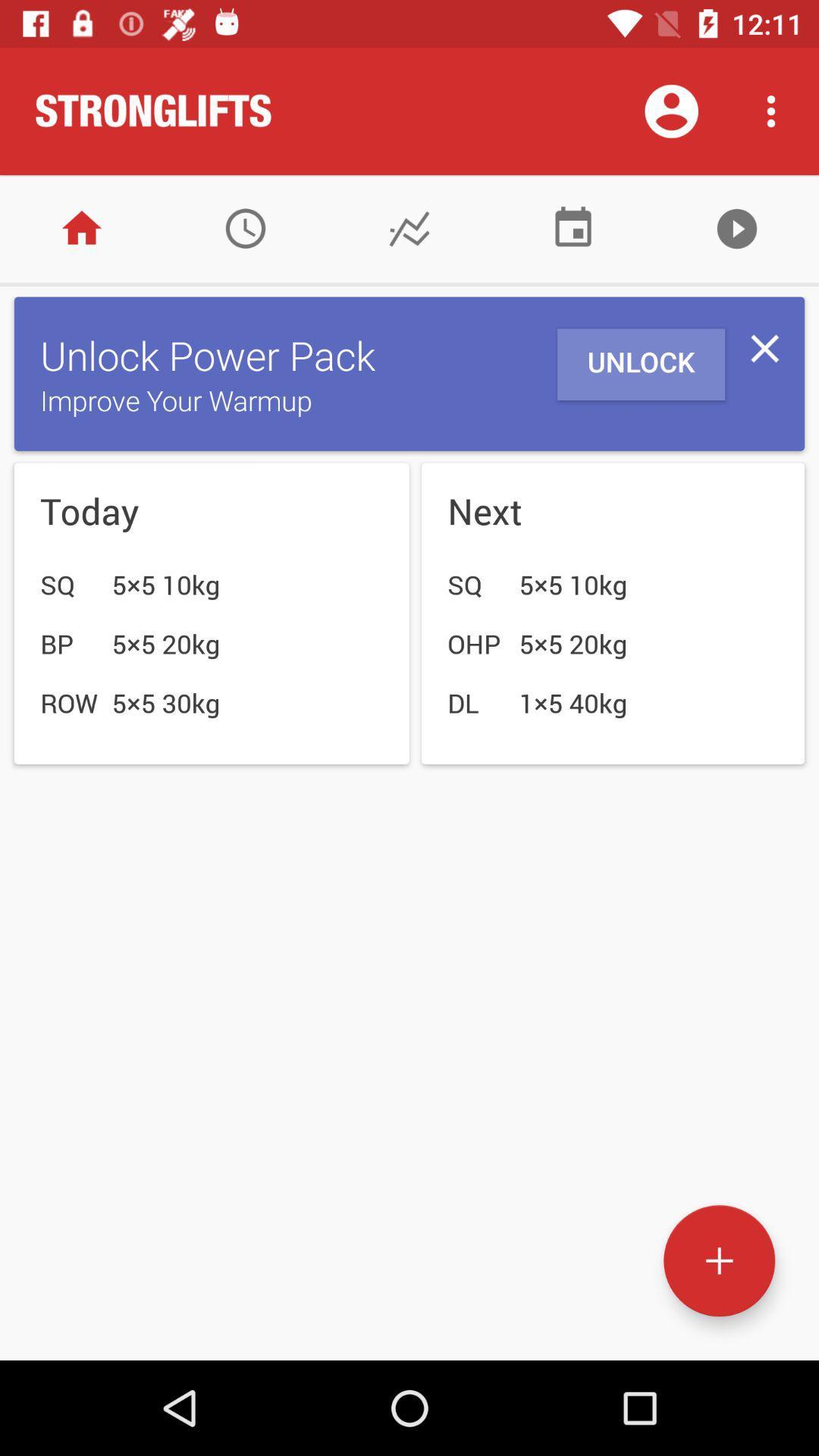 The image size is (819, 1456). I want to click on open schedule, so click(245, 227).